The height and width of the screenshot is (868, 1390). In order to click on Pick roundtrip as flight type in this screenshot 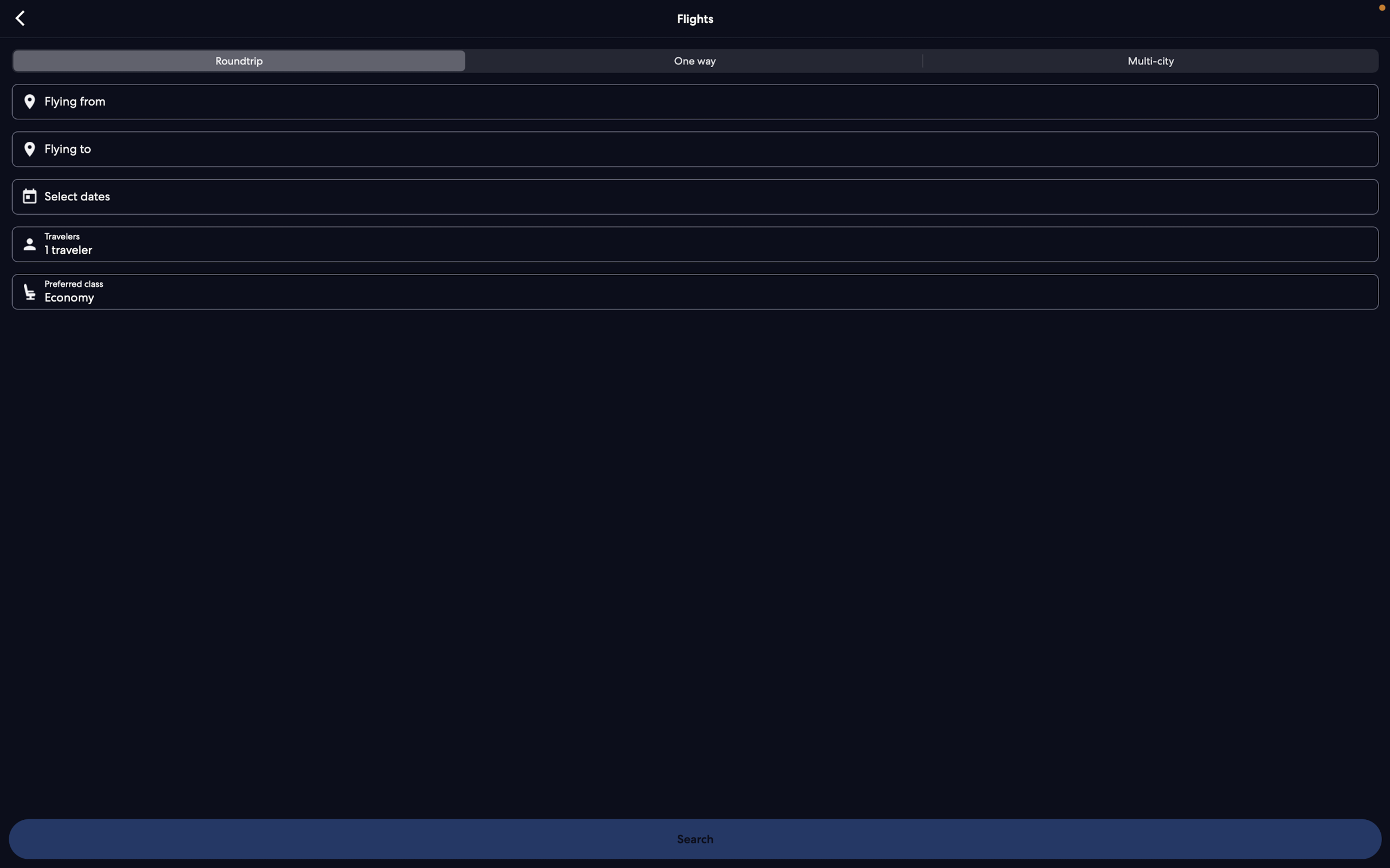, I will do `click(240, 61)`.